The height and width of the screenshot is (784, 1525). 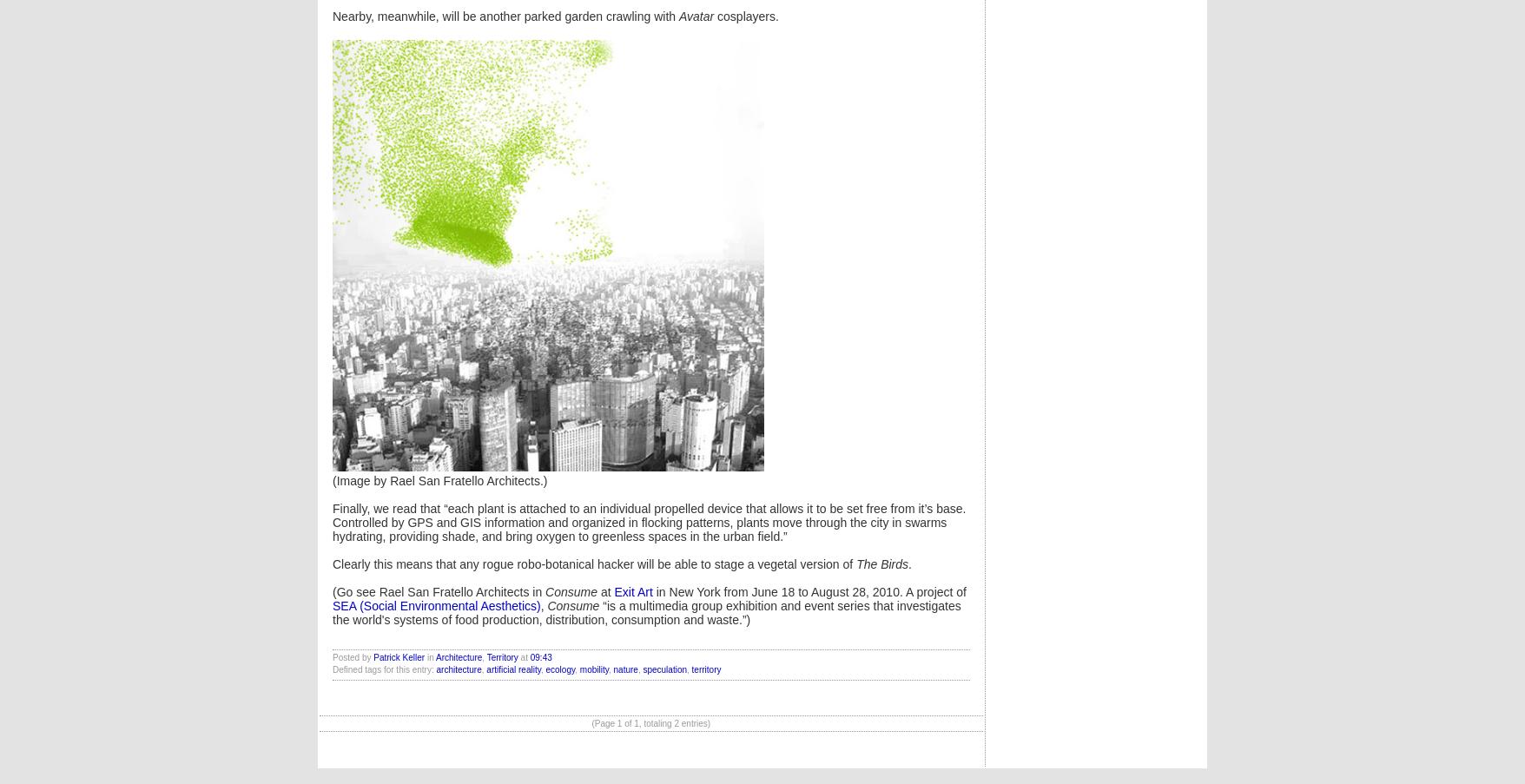 I want to click on '(Go see Rael San Fratello Architects in', so click(x=331, y=591).